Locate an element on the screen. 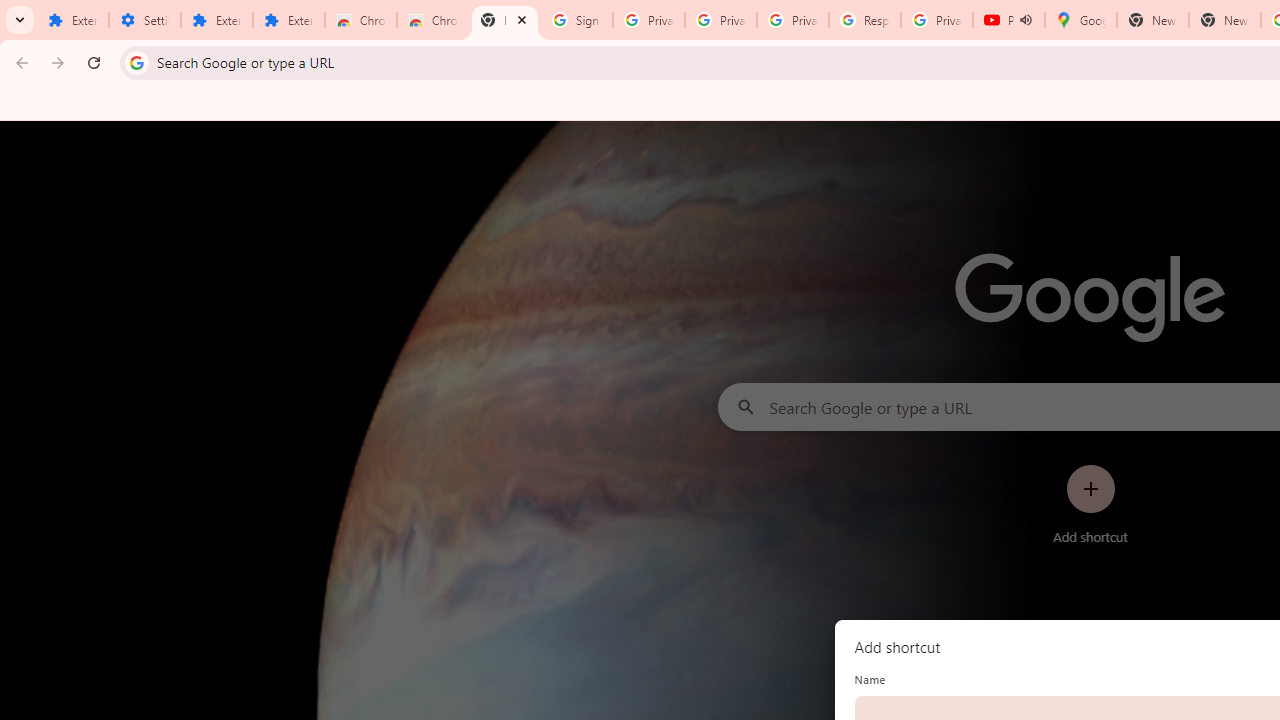 Image resolution: width=1280 pixels, height=720 pixels. 'Chrome Web Store - Themes' is located at coordinates (431, 20).